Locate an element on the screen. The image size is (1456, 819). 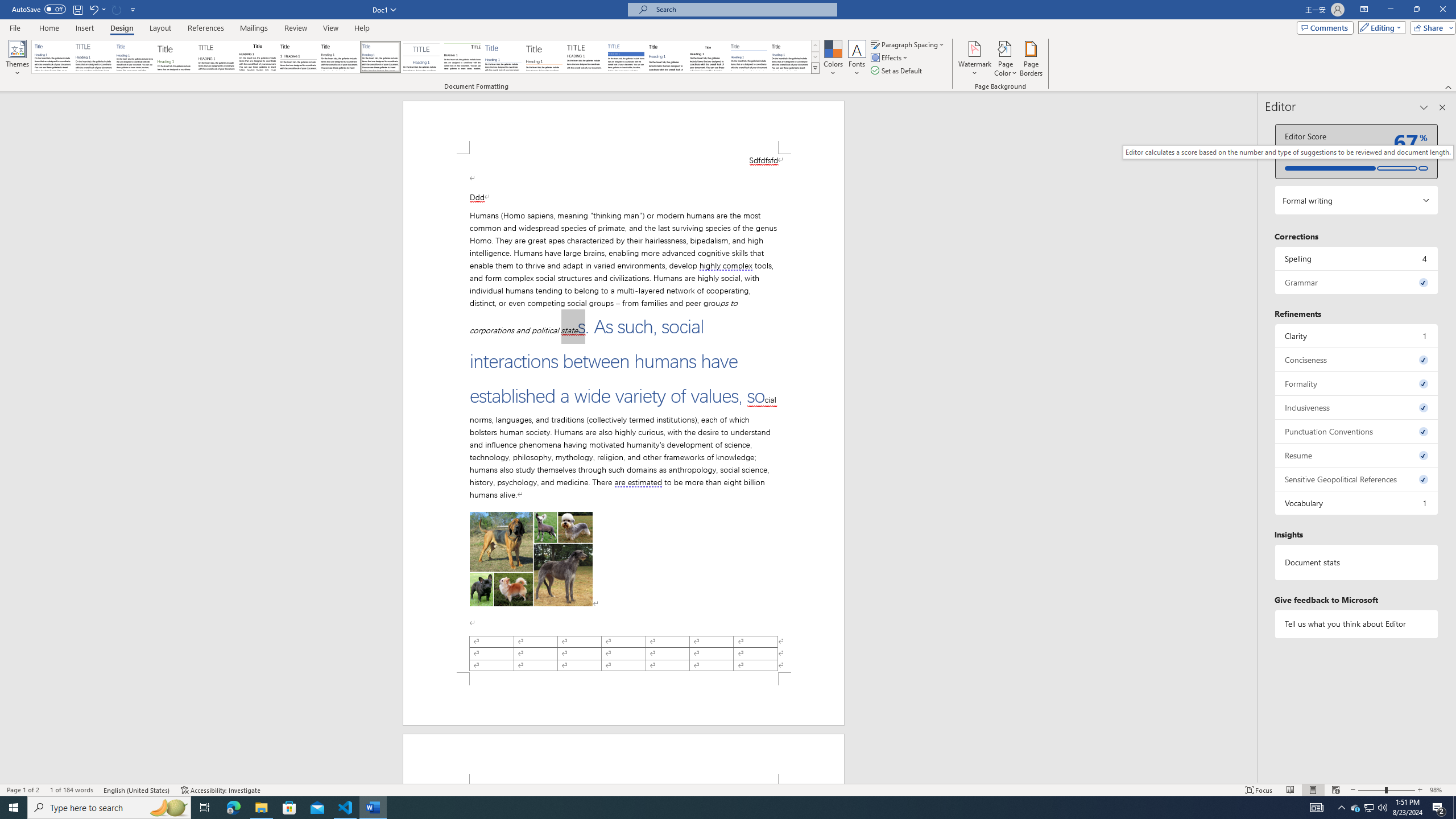
'Page 1 content' is located at coordinates (623, 412).